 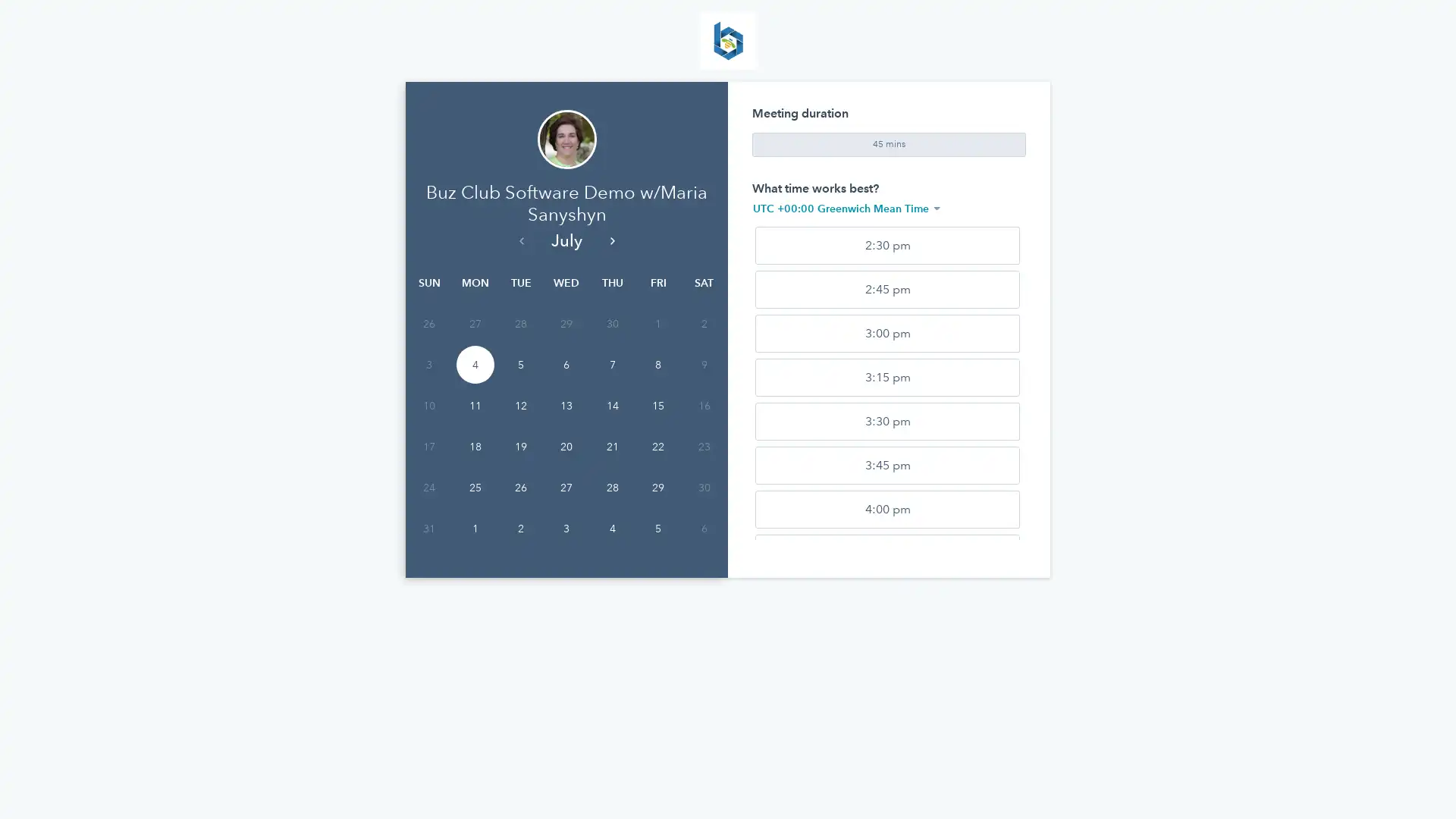 I want to click on July 3rd, so click(x=428, y=365).